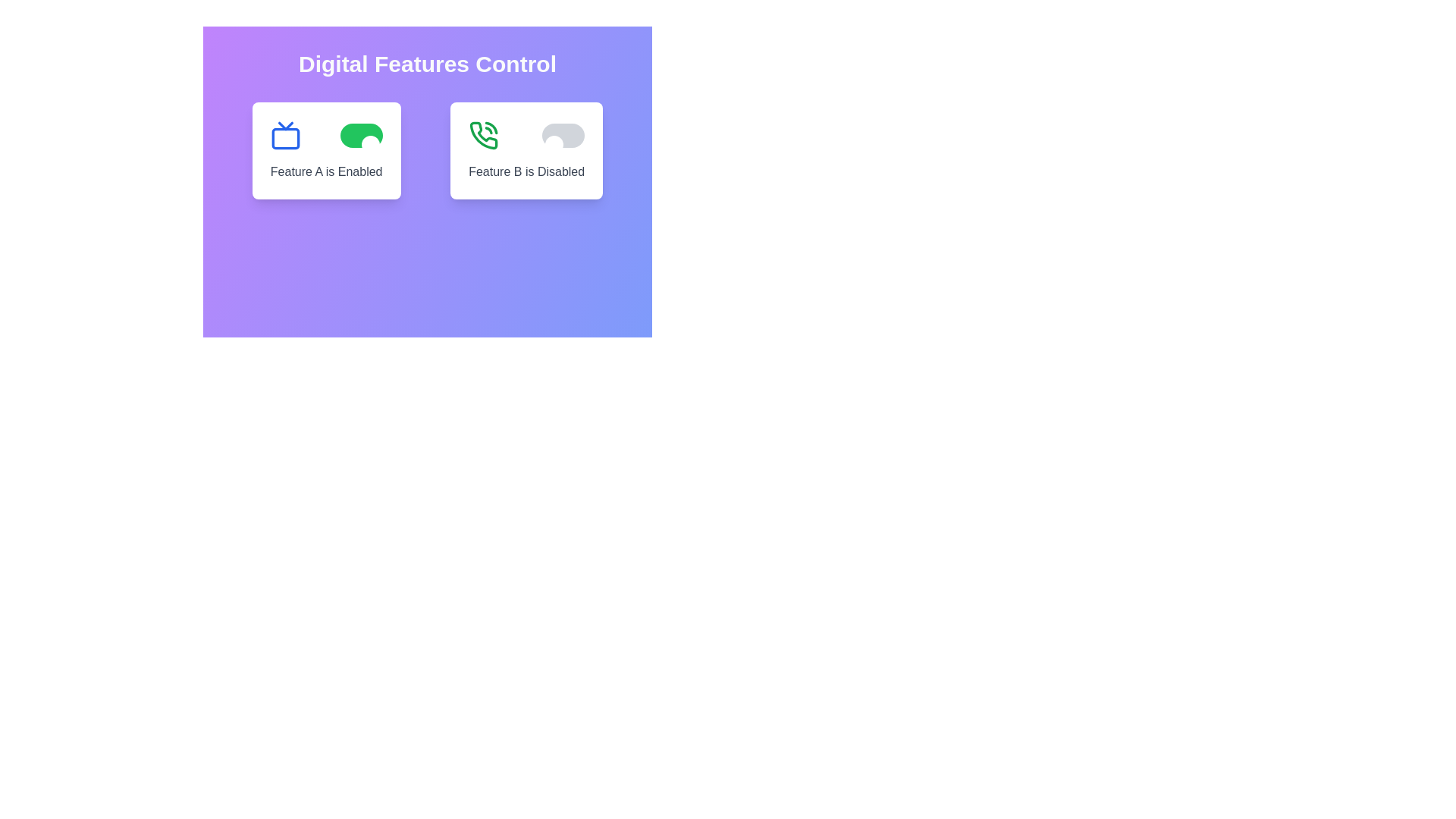 This screenshot has width=1456, height=819. I want to click on the text label indicating the status of 'Feature A', so click(325, 171).